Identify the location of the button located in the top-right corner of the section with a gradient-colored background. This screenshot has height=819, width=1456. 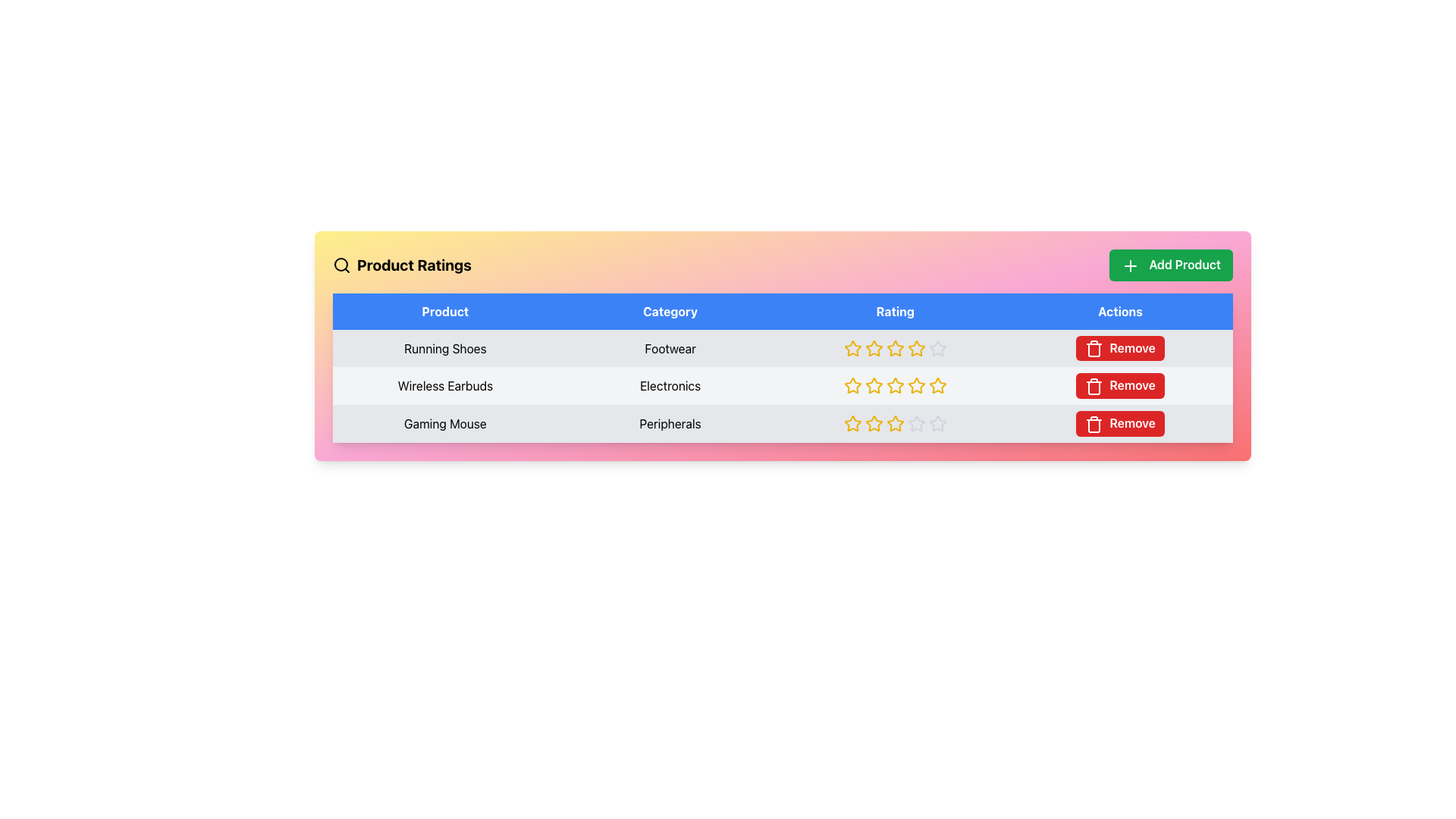
(1170, 264).